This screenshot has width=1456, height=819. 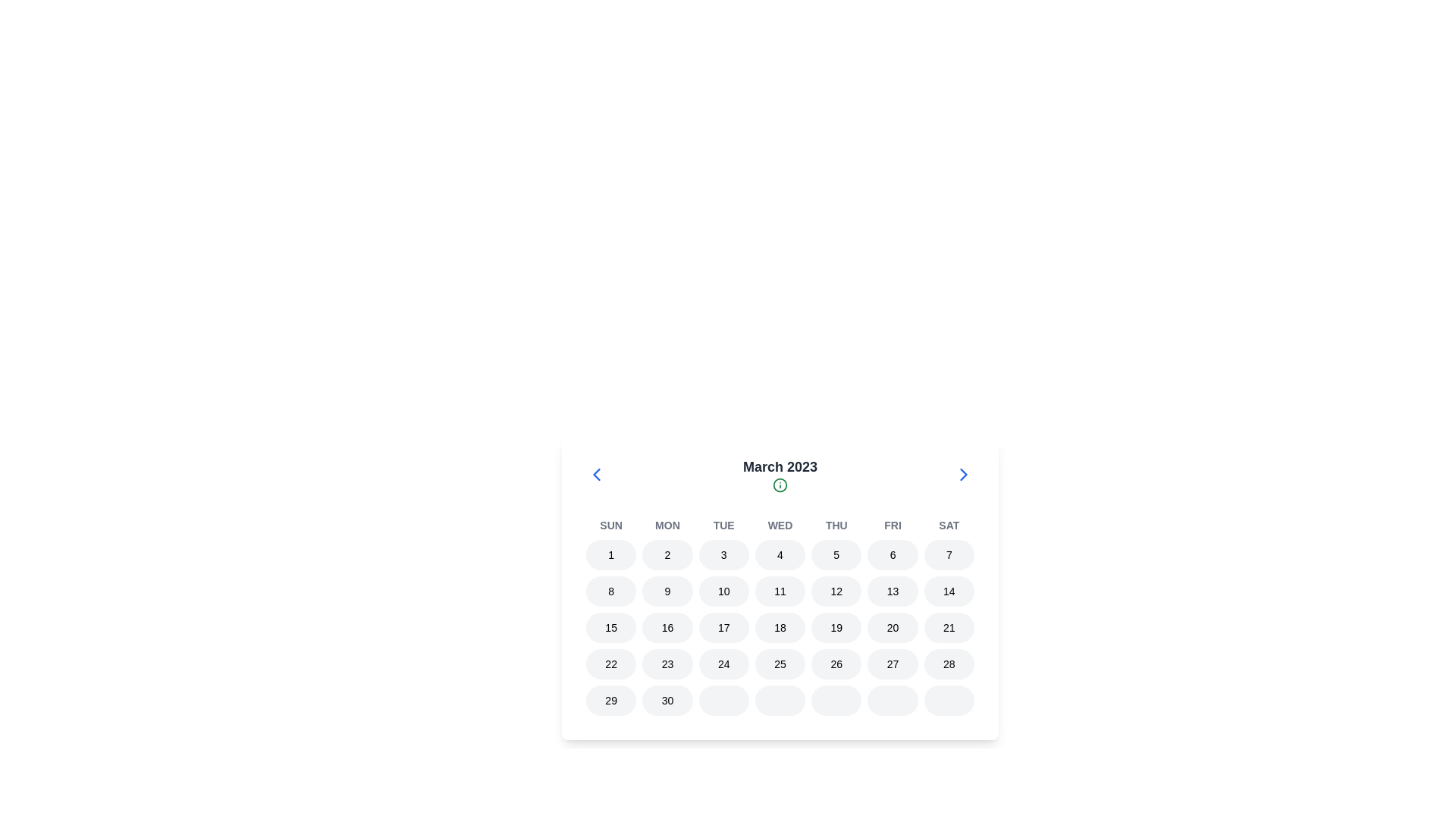 I want to click on the static text label 'MON' which is the second element in the week header of the calendar interface, so click(x=667, y=525).